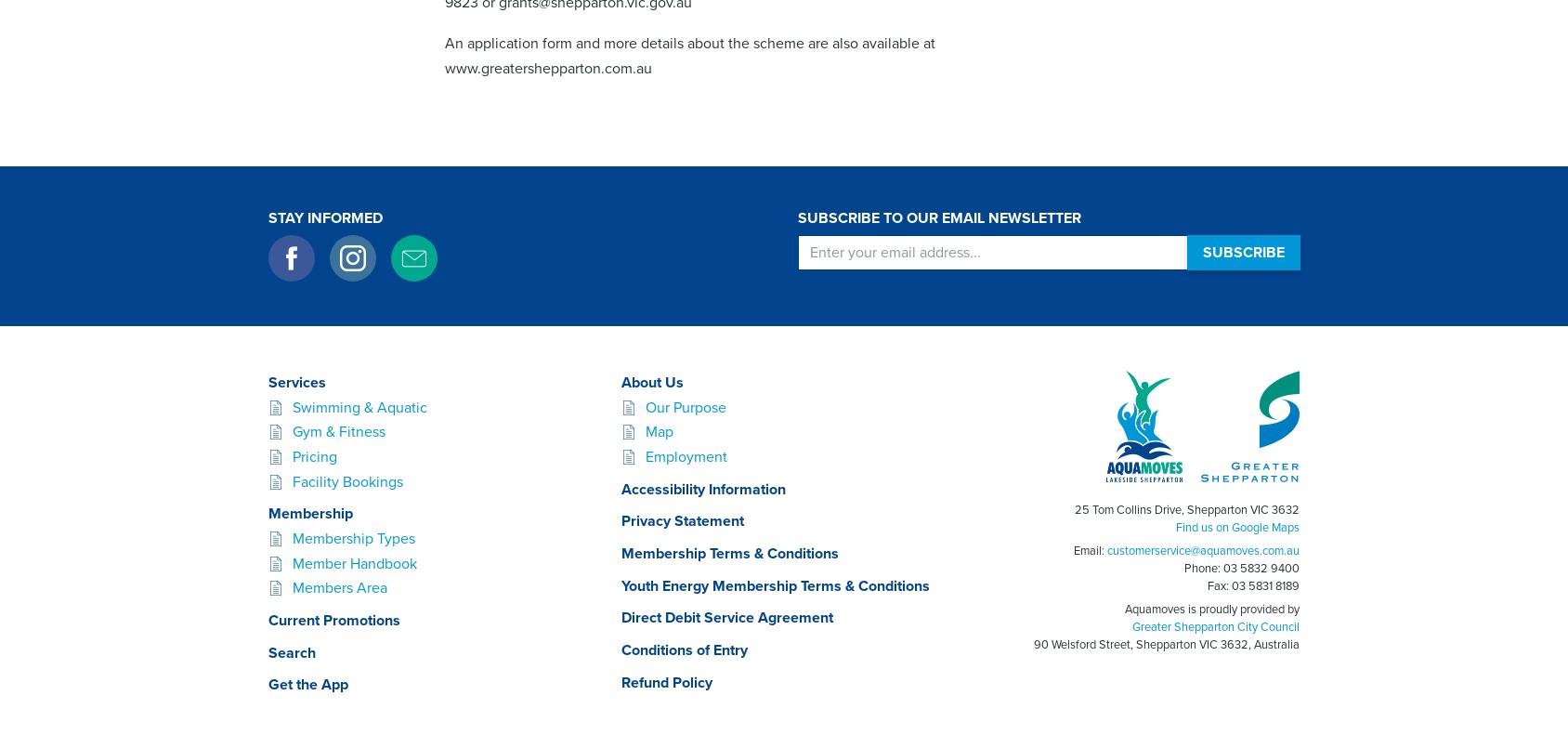  I want to click on 'Phone: 03 5832 9400', so click(1240, 567).